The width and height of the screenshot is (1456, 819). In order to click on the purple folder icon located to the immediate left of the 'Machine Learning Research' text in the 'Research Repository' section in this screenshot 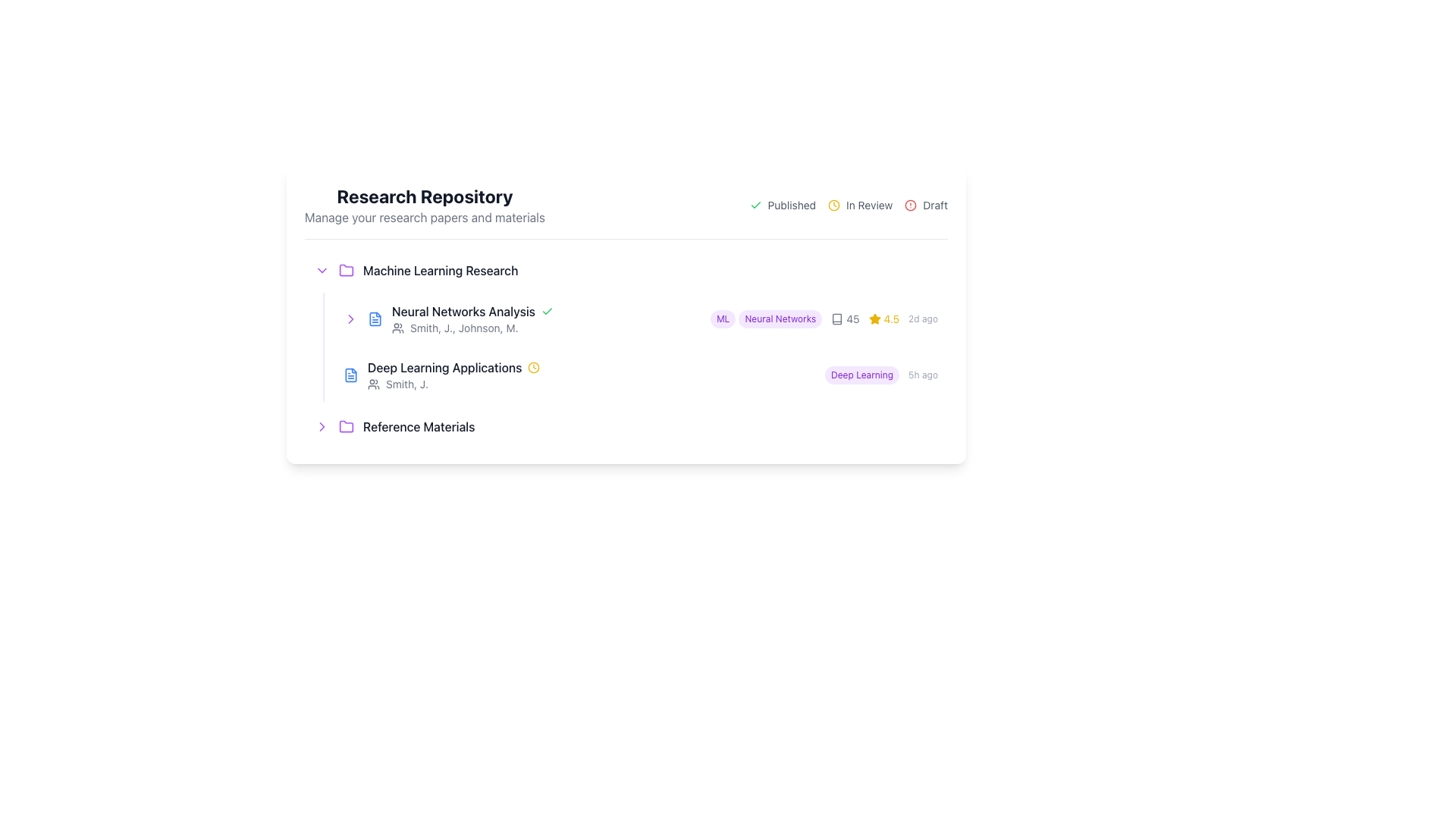, I will do `click(345, 270)`.